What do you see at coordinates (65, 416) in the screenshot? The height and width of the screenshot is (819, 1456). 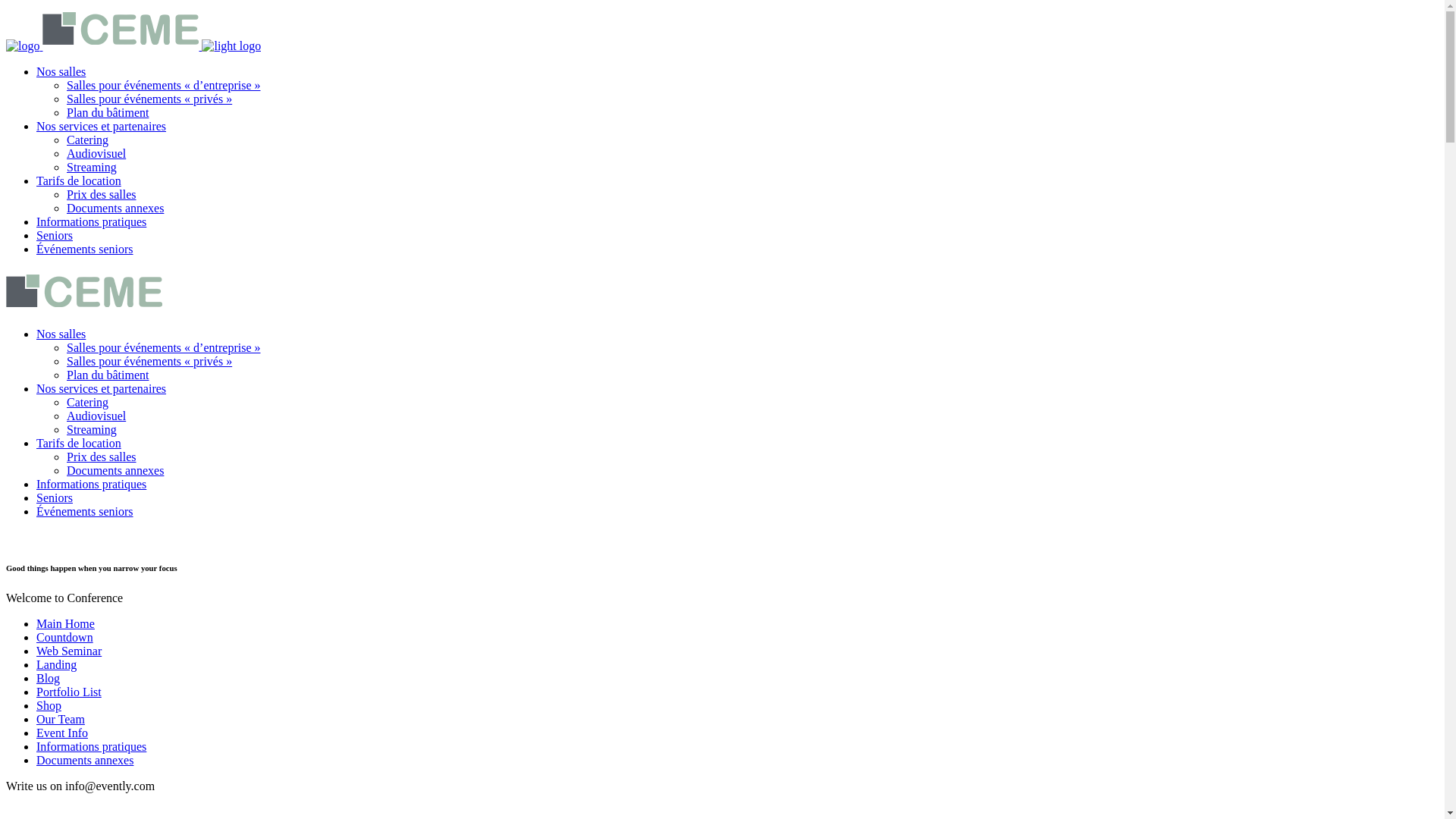 I see `'Audiovisuel'` at bounding box center [65, 416].